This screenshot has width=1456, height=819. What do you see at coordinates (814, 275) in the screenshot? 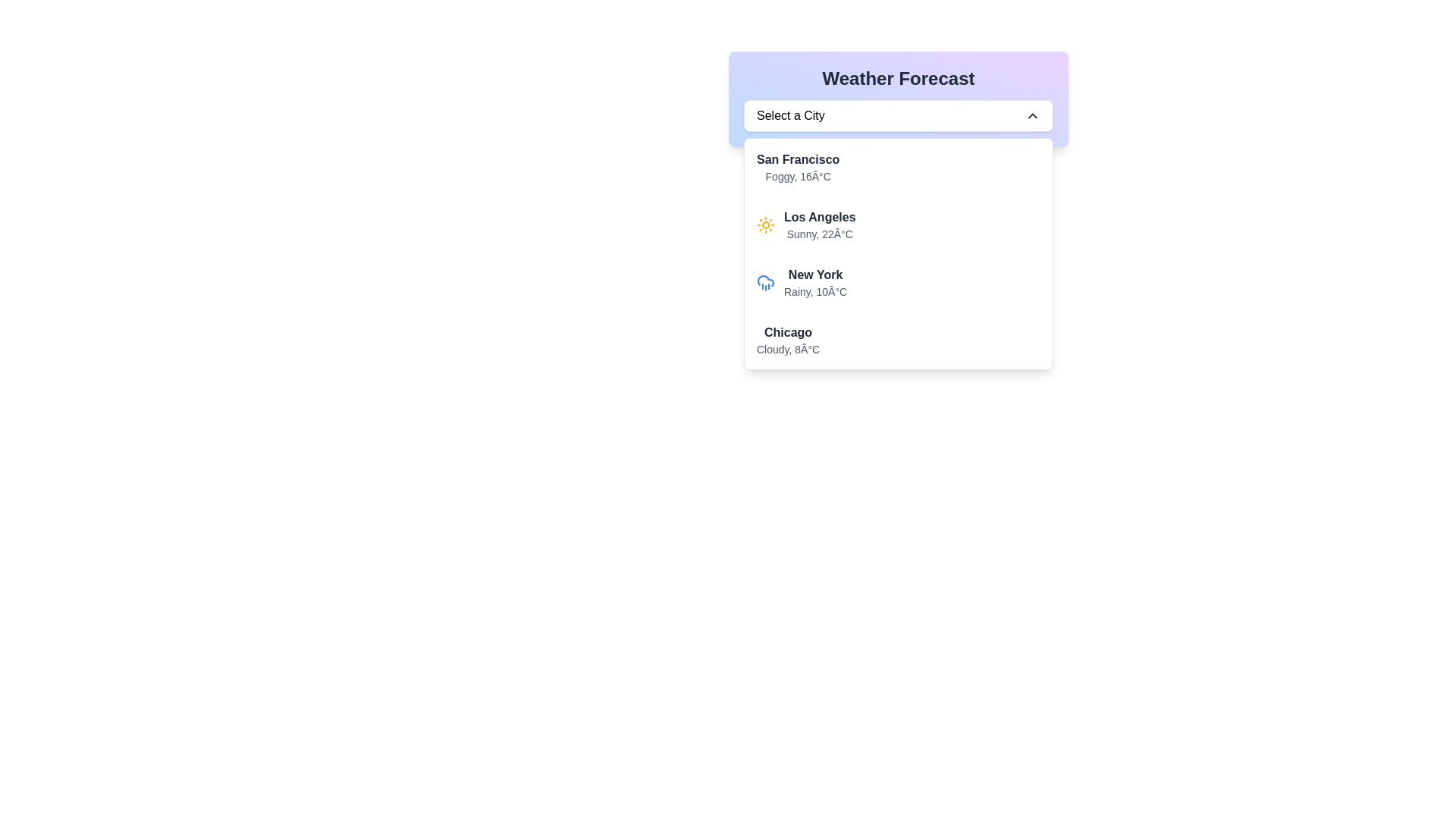
I see `the bold text element that reads 'New York' located within the dropdown list under the 'Weather Forecast' header` at bounding box center [814, 275].